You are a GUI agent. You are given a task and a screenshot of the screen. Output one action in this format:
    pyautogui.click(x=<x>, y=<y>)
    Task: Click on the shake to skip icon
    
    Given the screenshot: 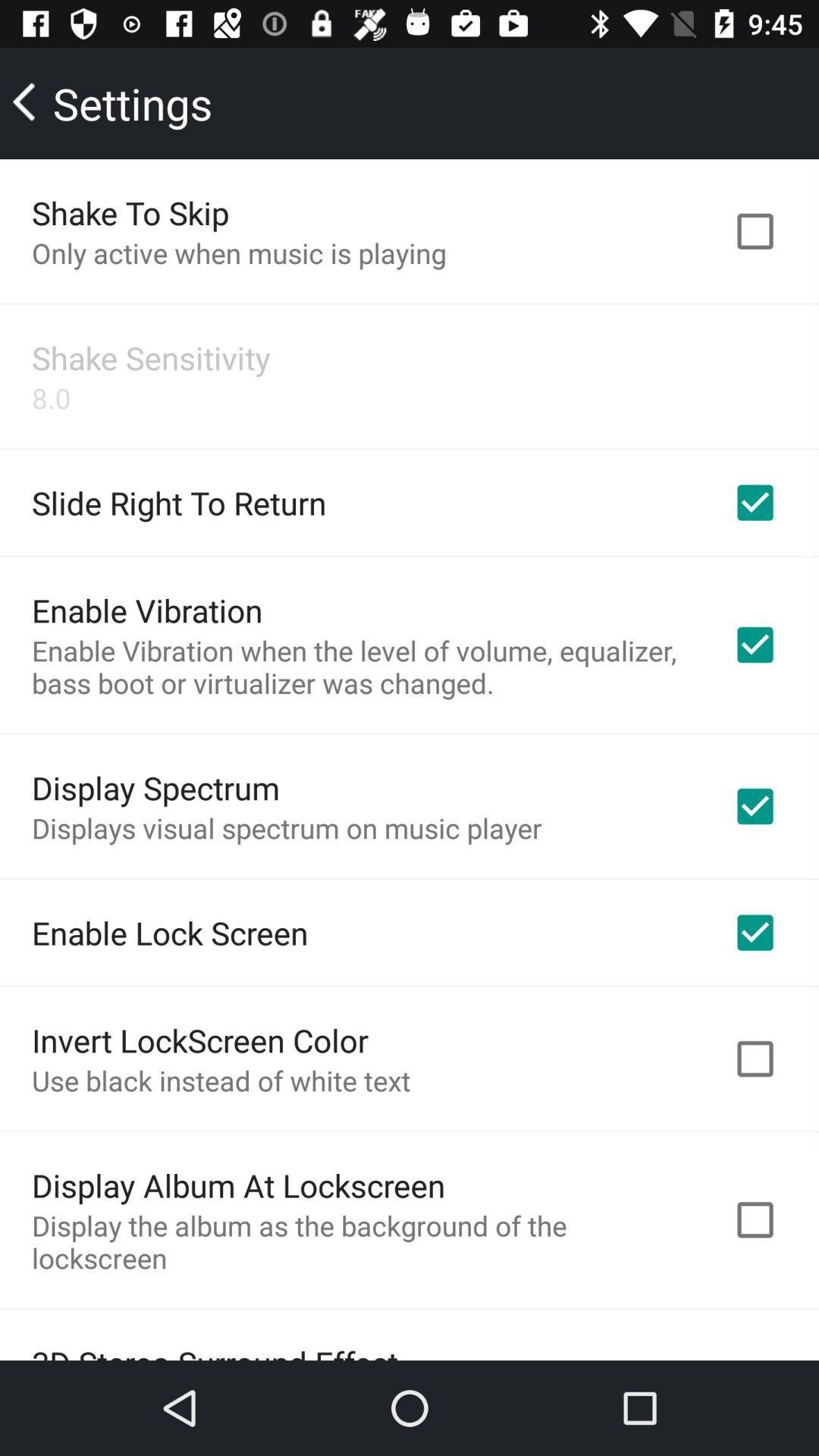 What is the action you would take?
    pyautogui.click(x=130, y=212)
    